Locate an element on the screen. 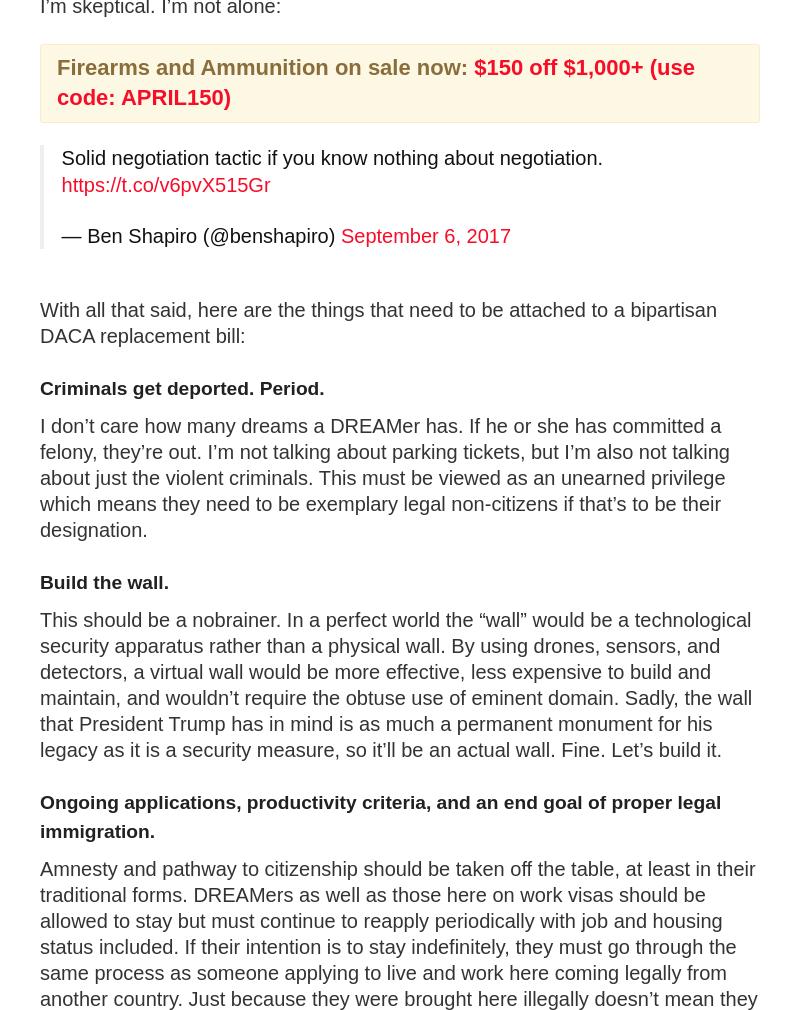  'September 6, 2017' is located at coordinates (425, 235).